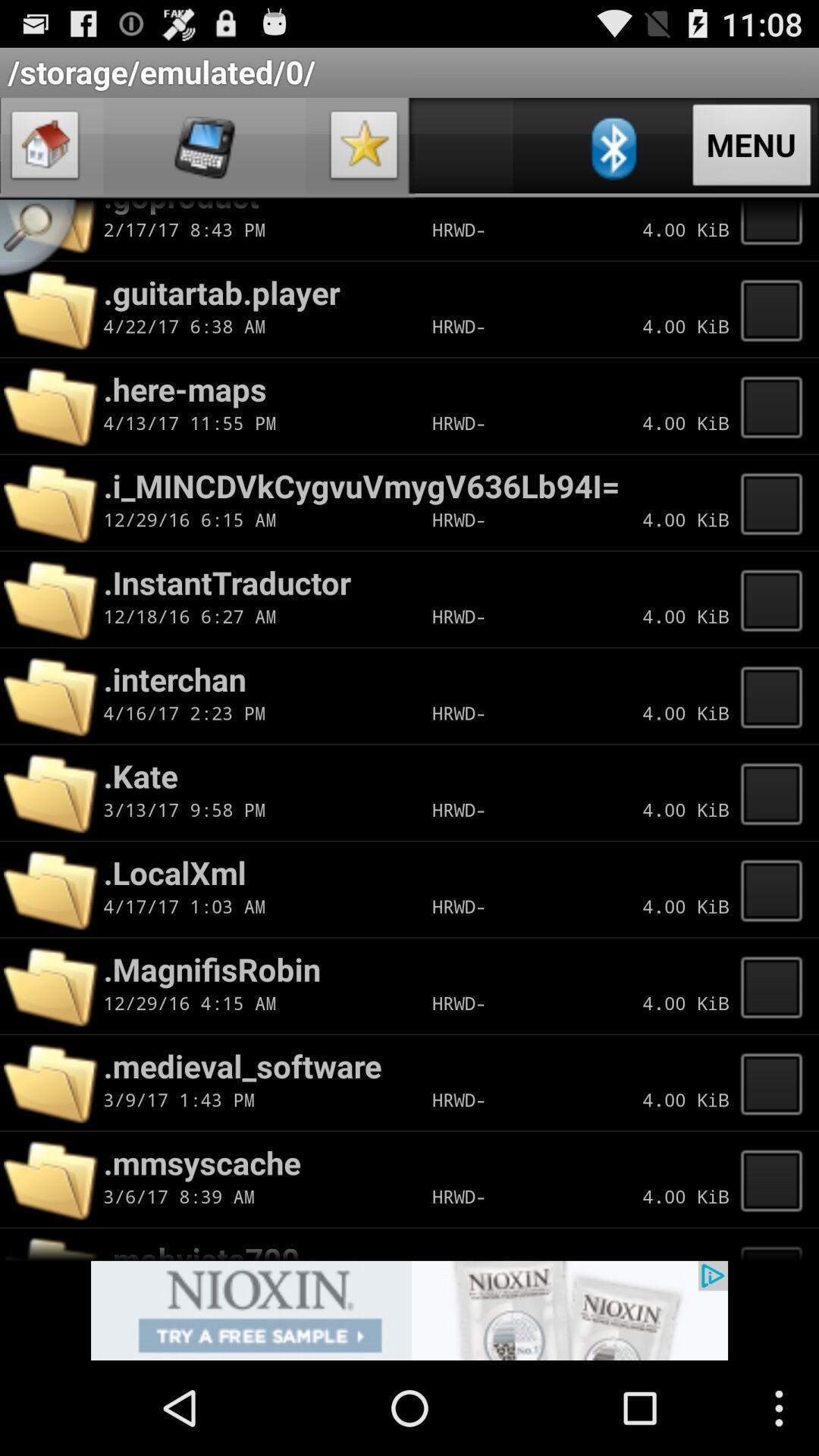 Image resolution: width=819 pixels, height=1456 pixels. Describe the element at coordinates (44, 149) in the screenshot. I see `home option` at that location.